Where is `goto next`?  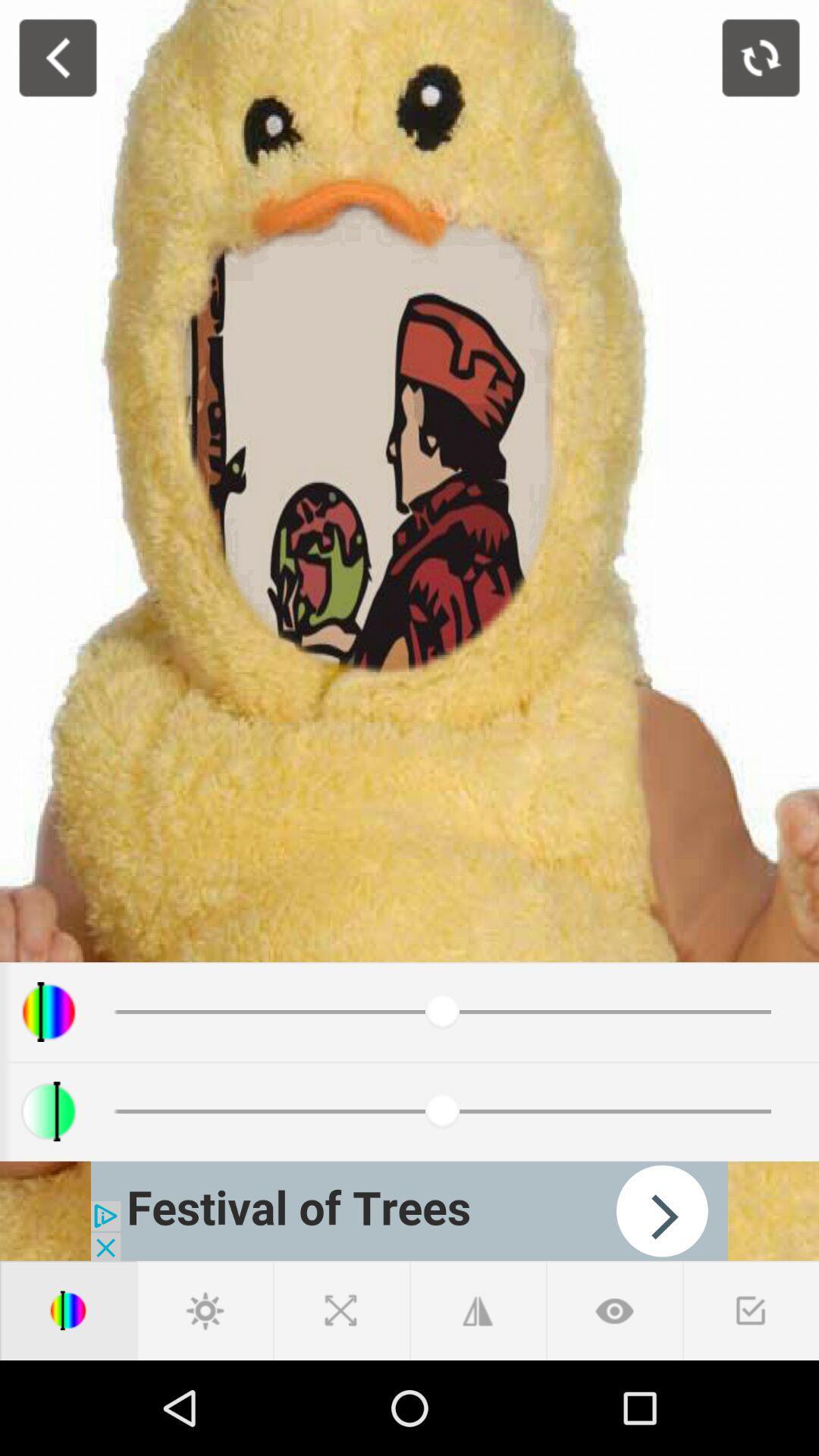
goto next is located at coordinates (614, 1310).